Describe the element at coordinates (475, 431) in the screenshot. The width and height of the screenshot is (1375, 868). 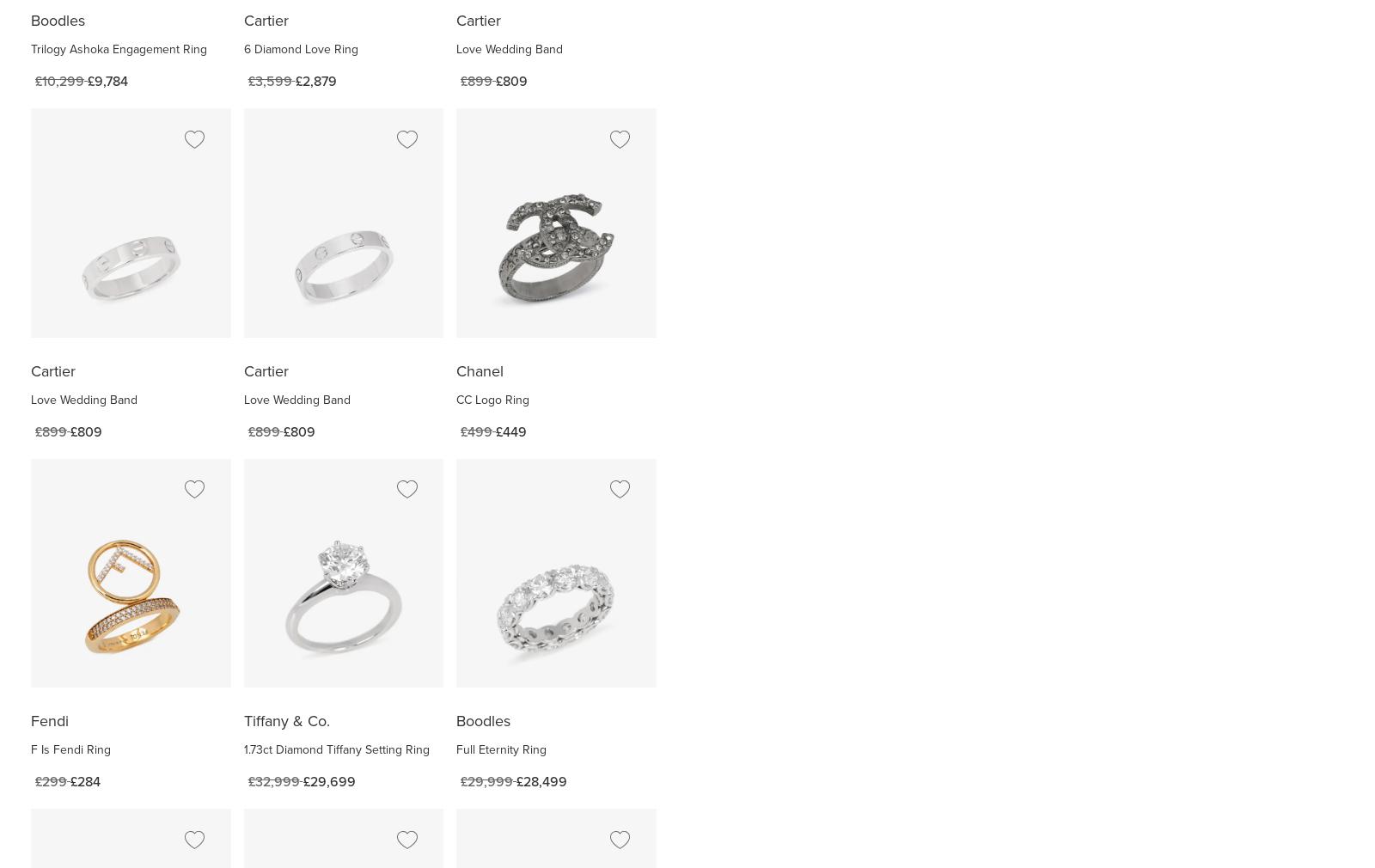
I see `'£499'` at that location.